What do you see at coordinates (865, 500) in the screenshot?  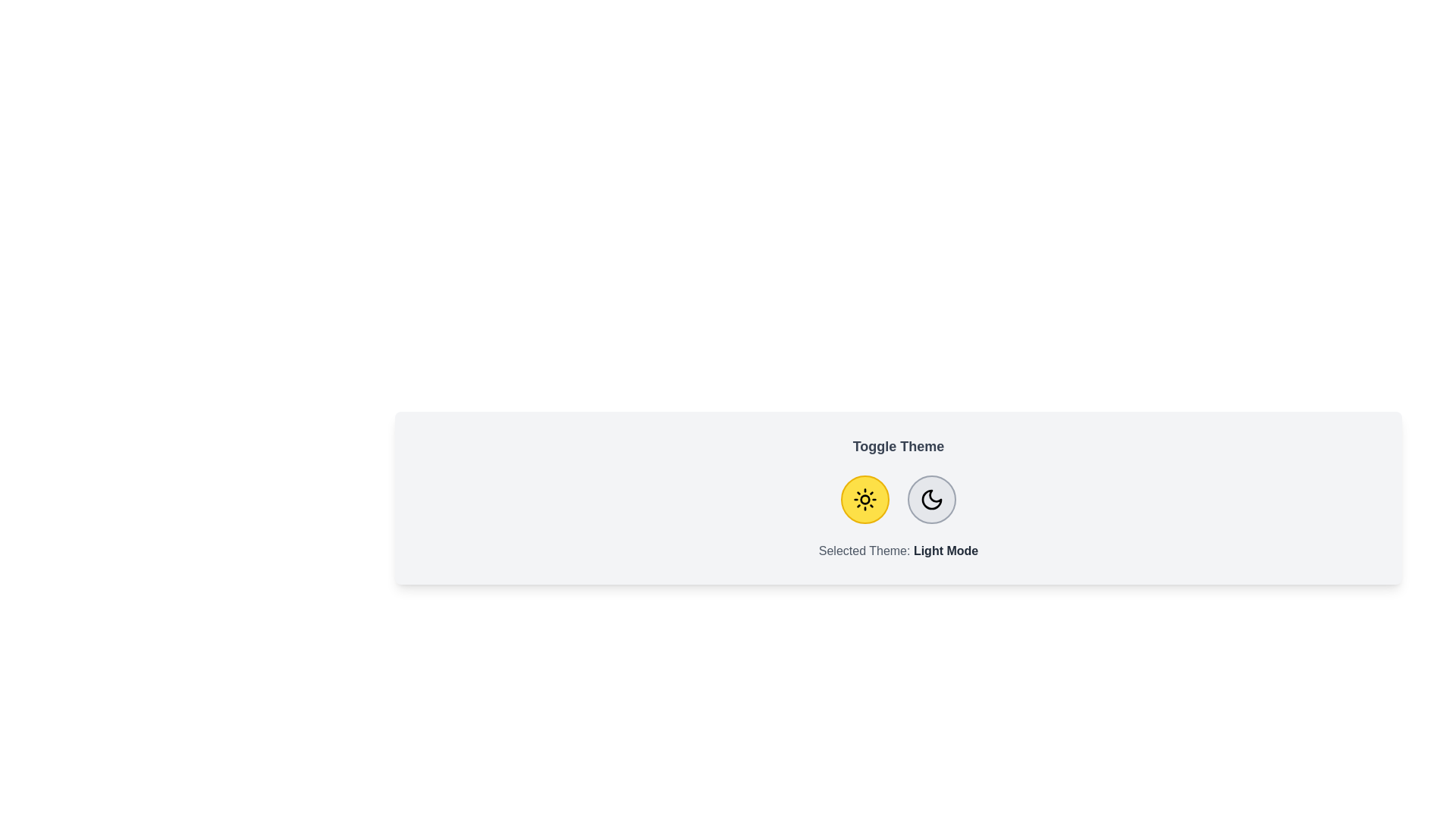 I see `the light button to observe its hover effect` at bounding box center [865, 500].